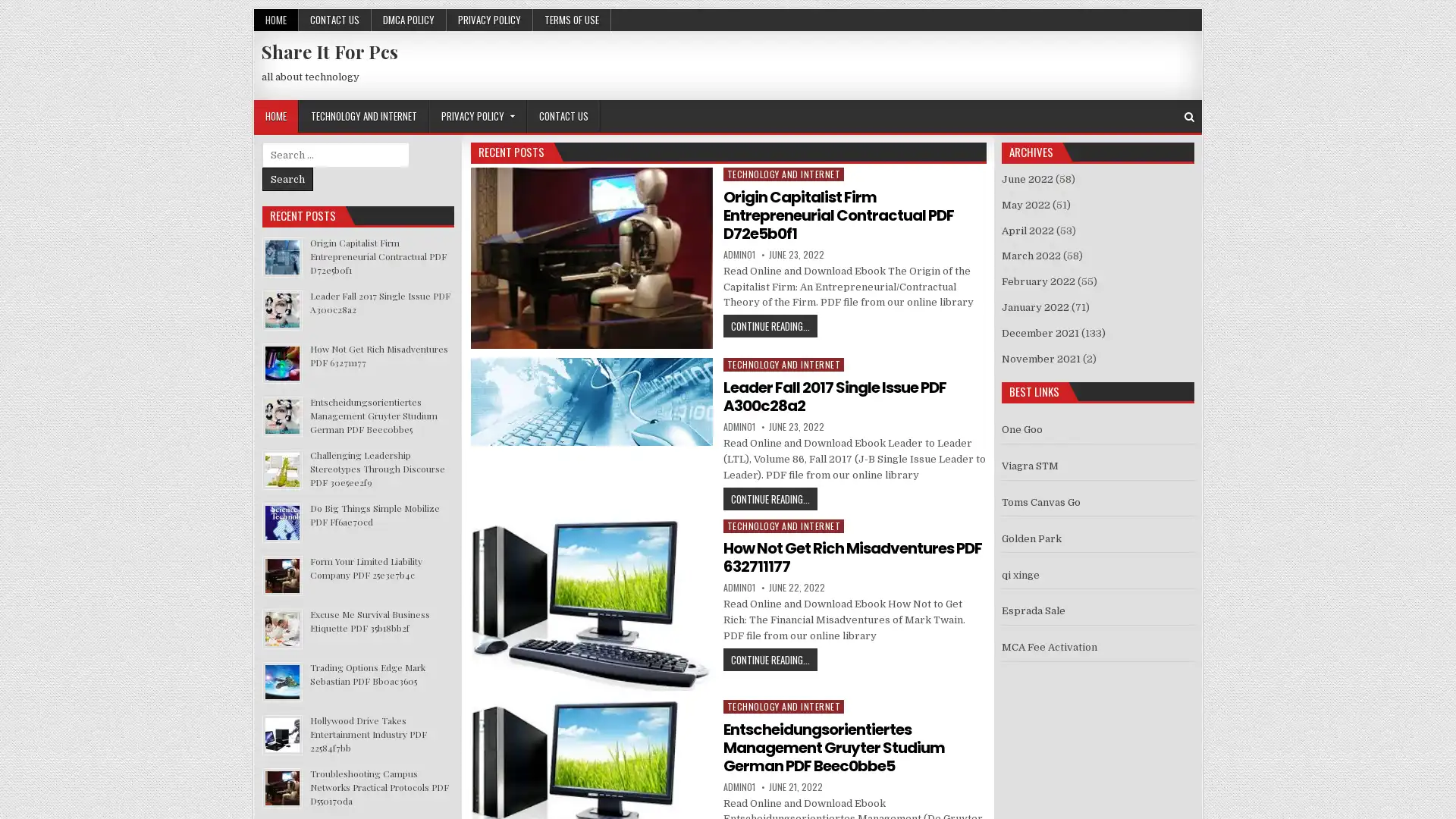 Image resolution: width=1456 pixels, height=819 pixels. What do you see at coordinates (287, 178) in the screenshot?
I see `Search` at bounding box center [287, 178].